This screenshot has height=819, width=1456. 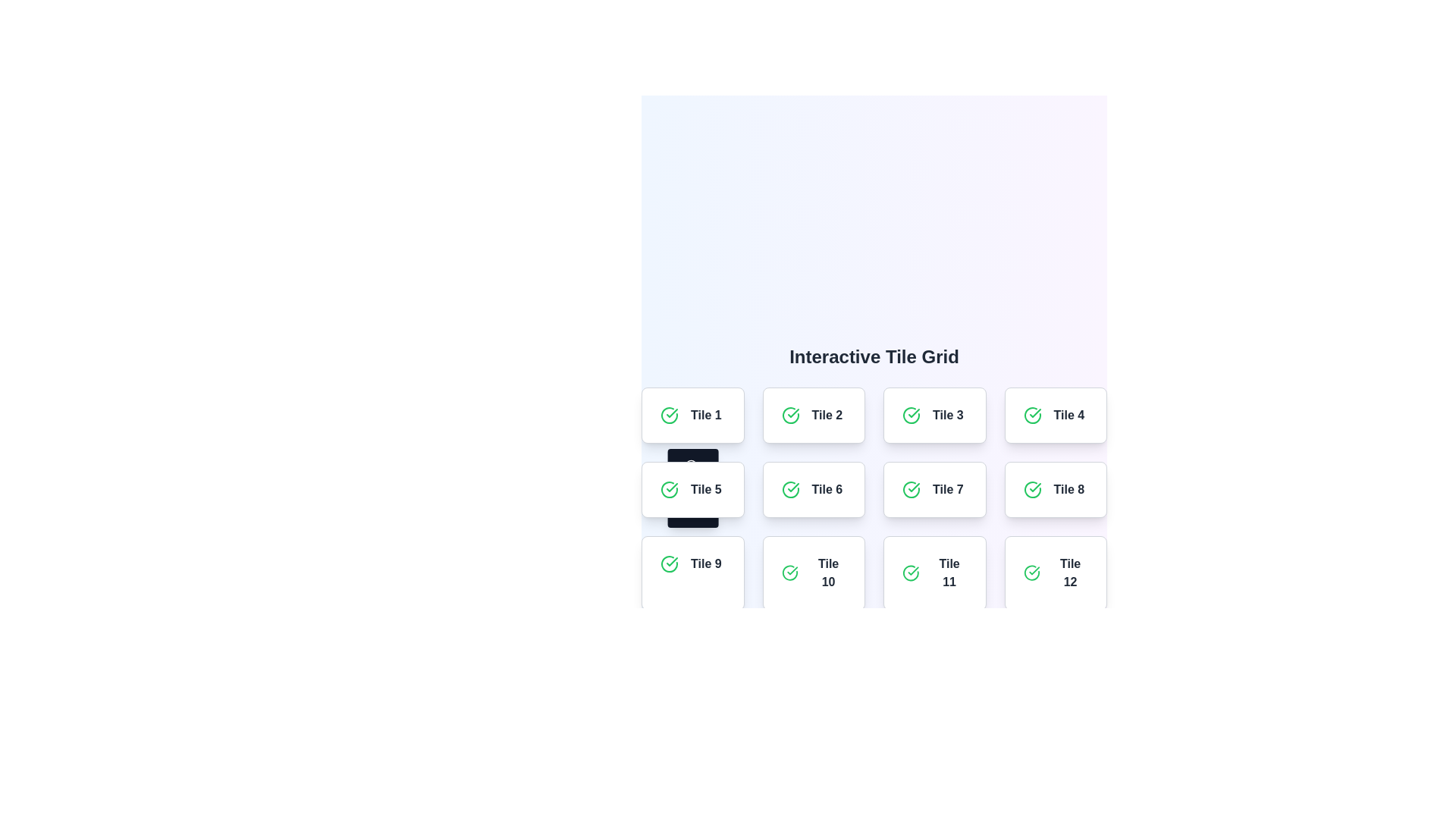 I want to click on the text label 'Tile 8' which identifies a content block in the grid layout, located in the second column of the second row, so click(x=1068, y=489).